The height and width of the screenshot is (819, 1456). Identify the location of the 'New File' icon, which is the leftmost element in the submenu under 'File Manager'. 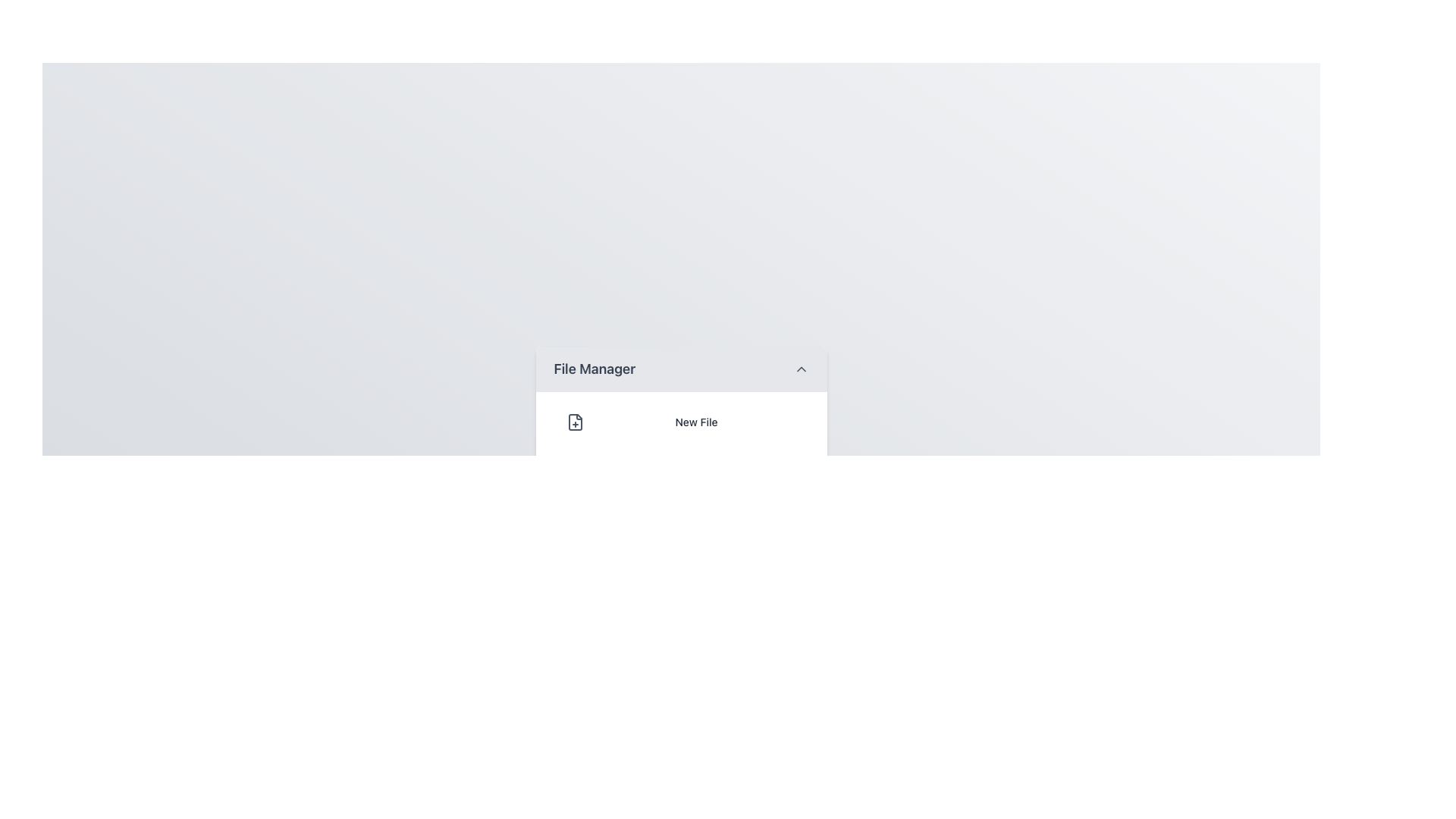
(574, 422).